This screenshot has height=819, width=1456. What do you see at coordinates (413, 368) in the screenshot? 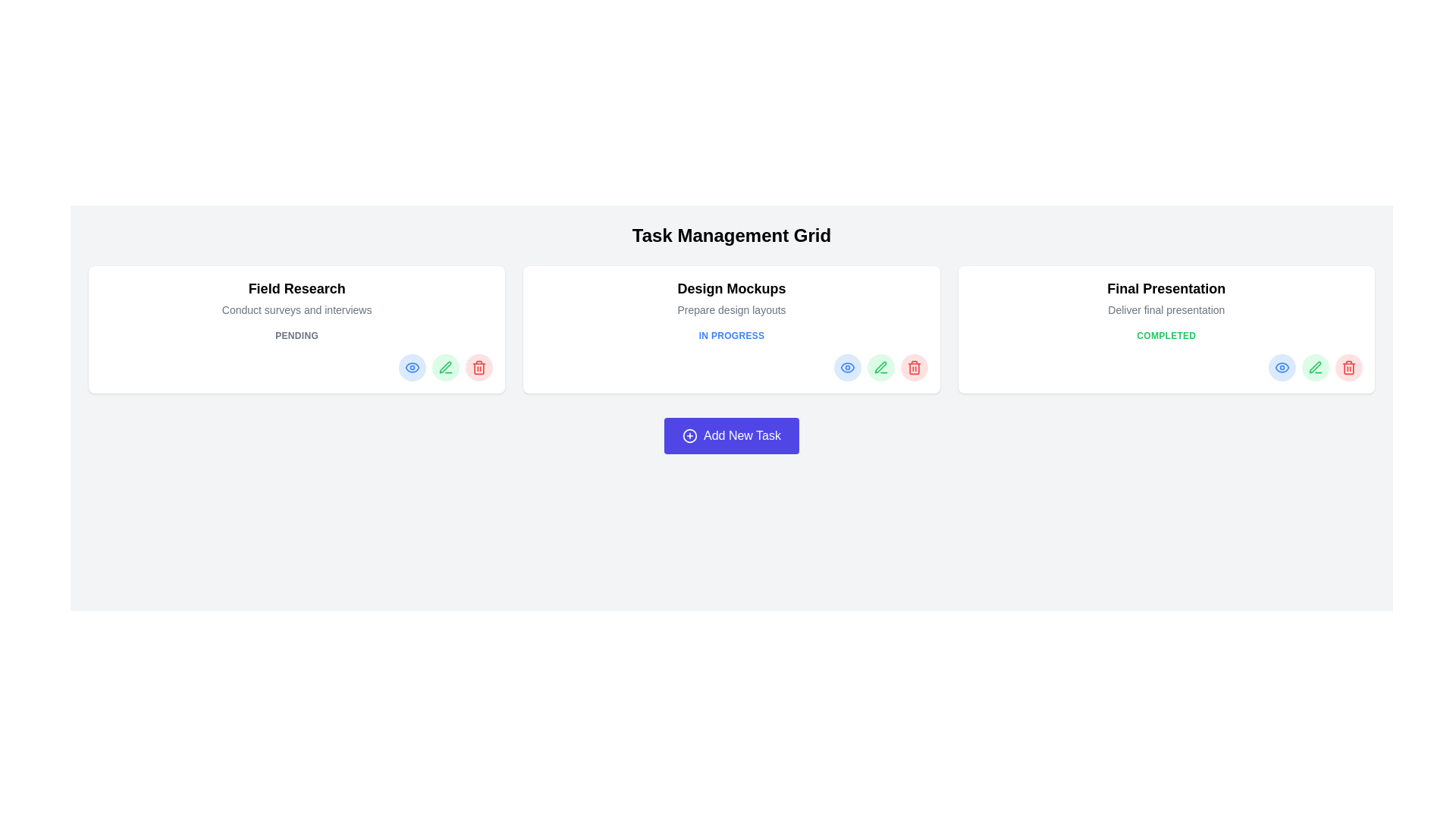
I see `the blue eye icon button located at the bottom-right corner of the 'Design Mockups' card` at bounding box center [413, 368].